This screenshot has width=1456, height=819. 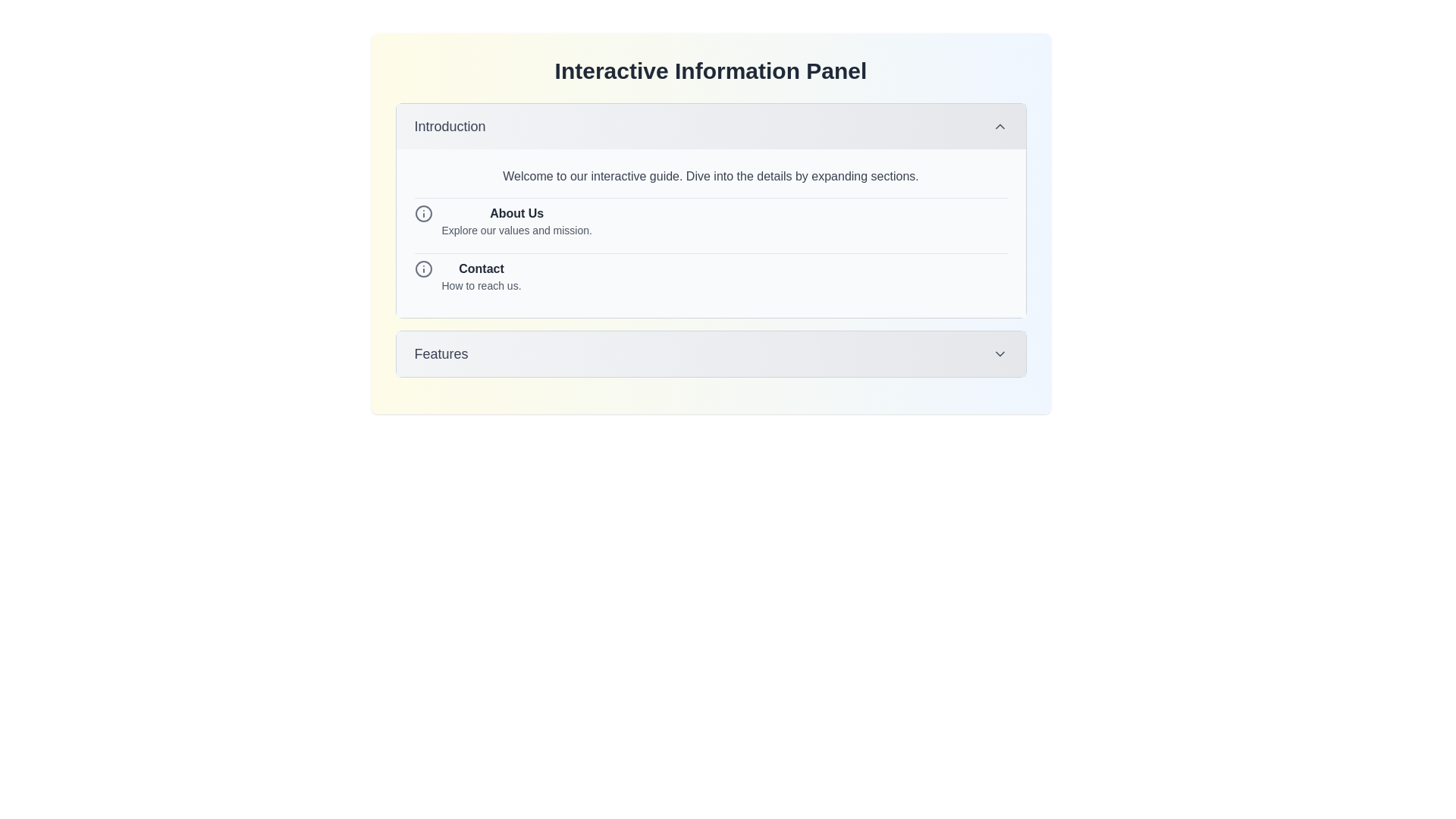 What do you see at coordinates (449, 125) in the screenshot?
I see `text of the Label located at the top-left corner of the section with a gradient background, serving as the title for the section` at bounding box center [449, 125].